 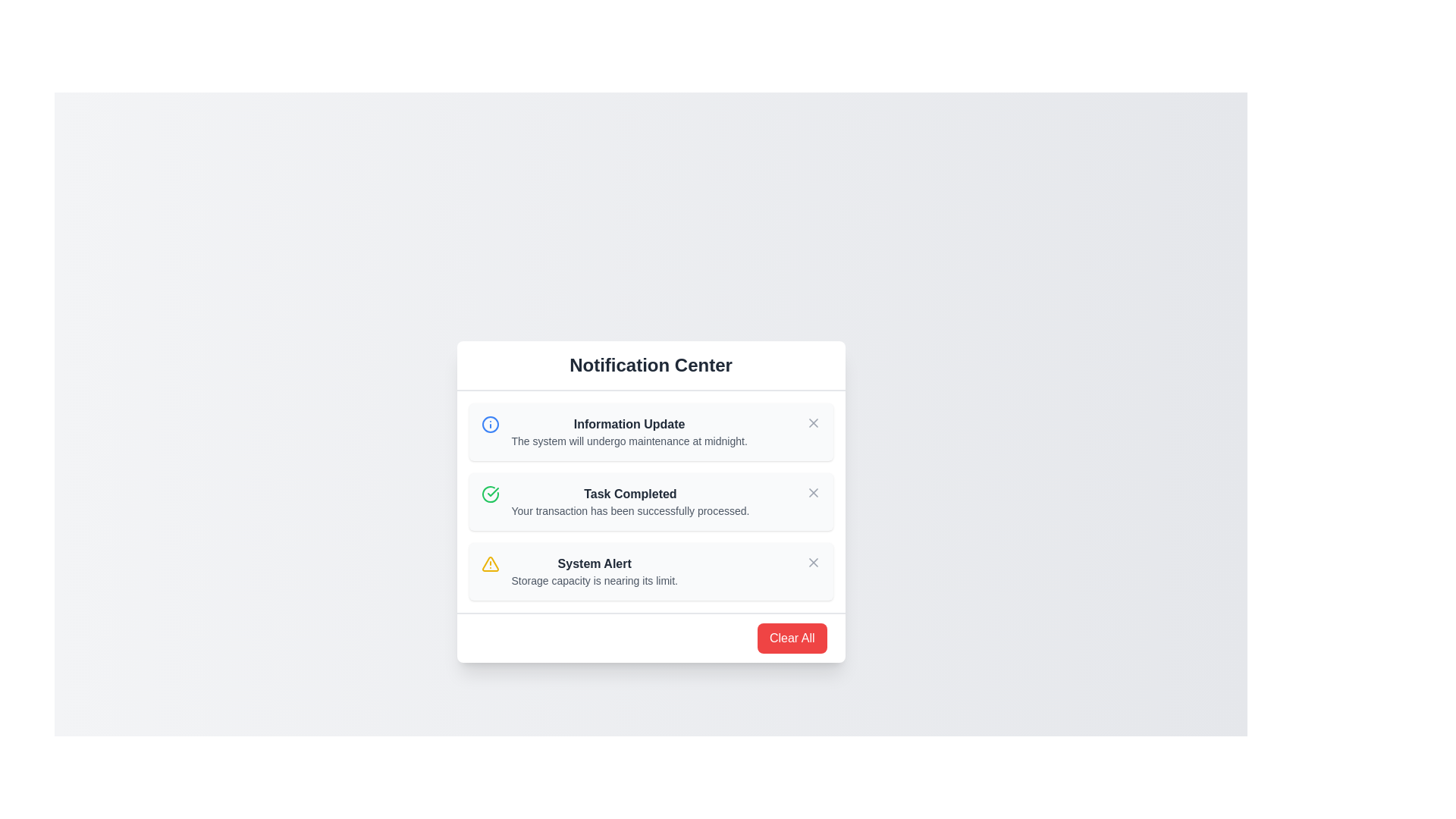 I want to click on individual notifications within the vertically organized list of notification items in the 'Notification Center' modal, so click(x=651, y=502).